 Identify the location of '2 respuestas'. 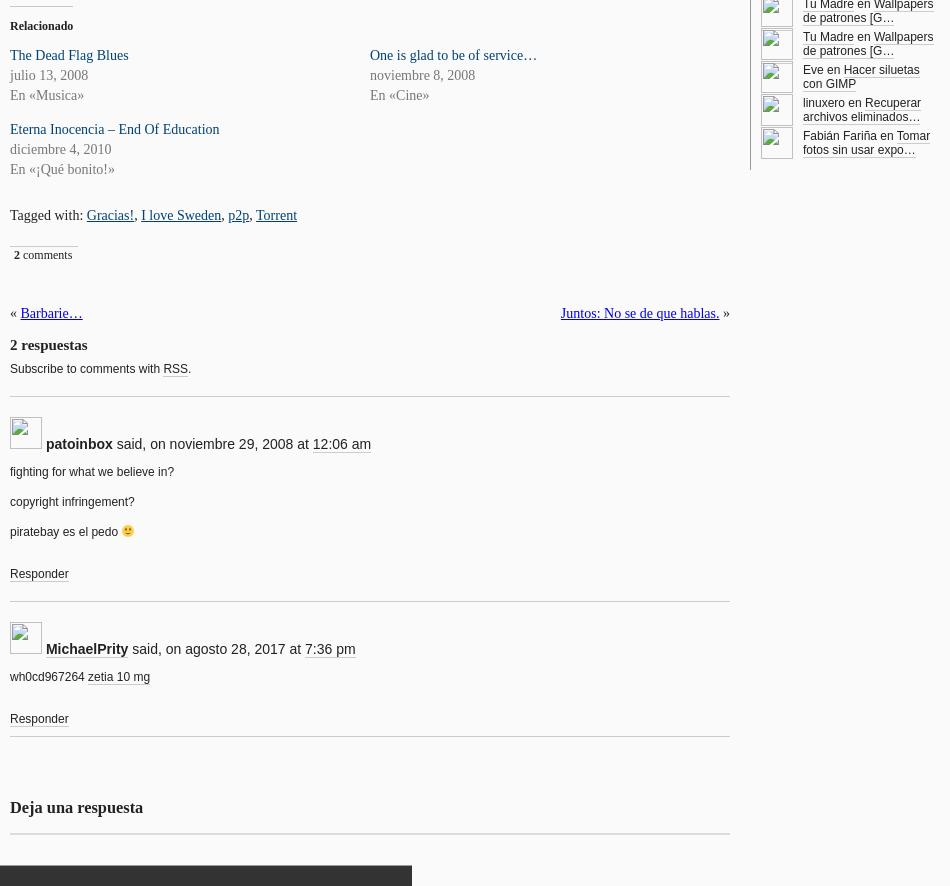
(48, 344).